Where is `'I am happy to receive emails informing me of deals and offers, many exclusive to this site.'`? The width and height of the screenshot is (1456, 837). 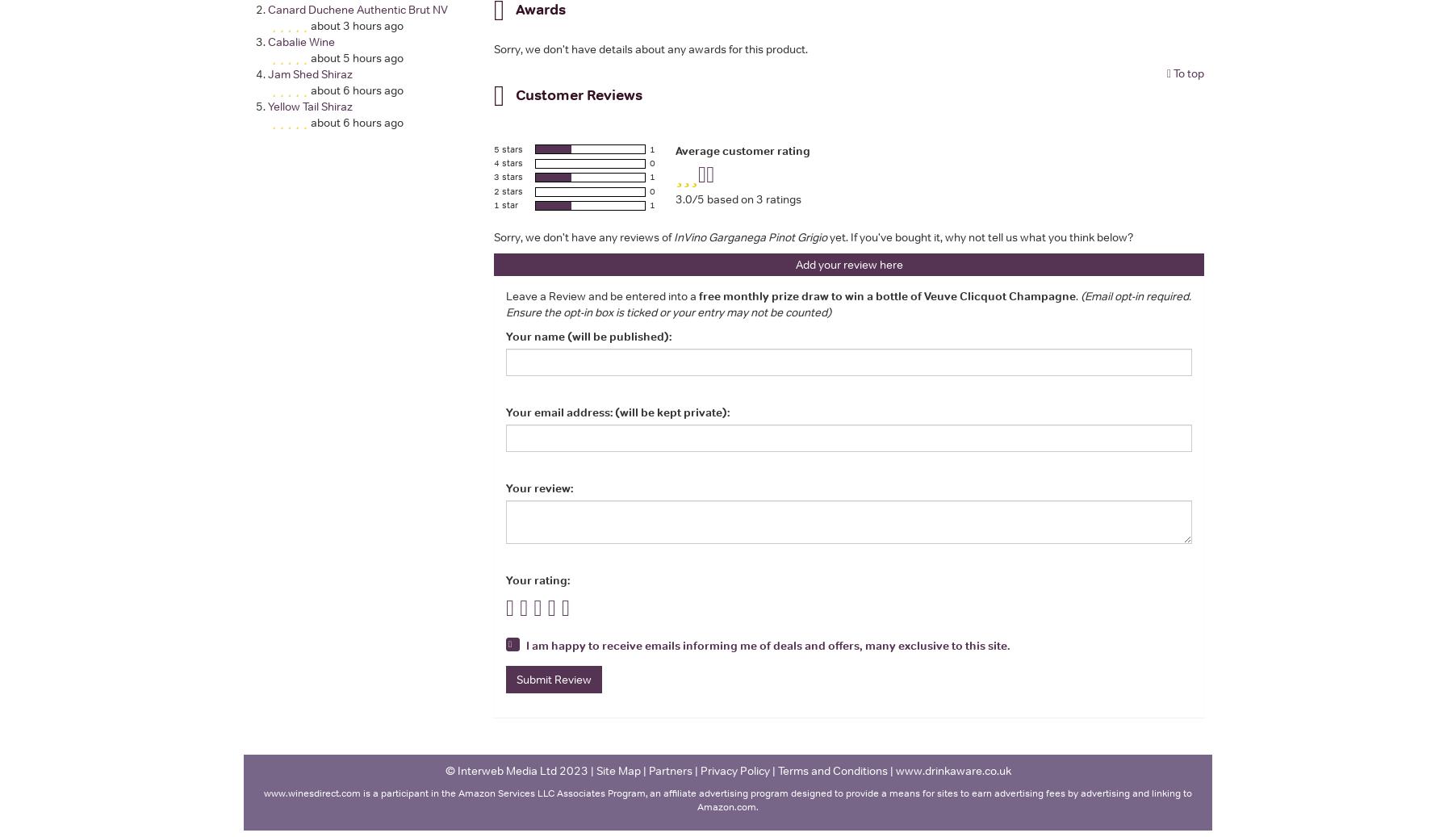
'I am happy to receive emails informing me of deals and offers, many exclusive to this site.' is located at coordinates (767, 646).